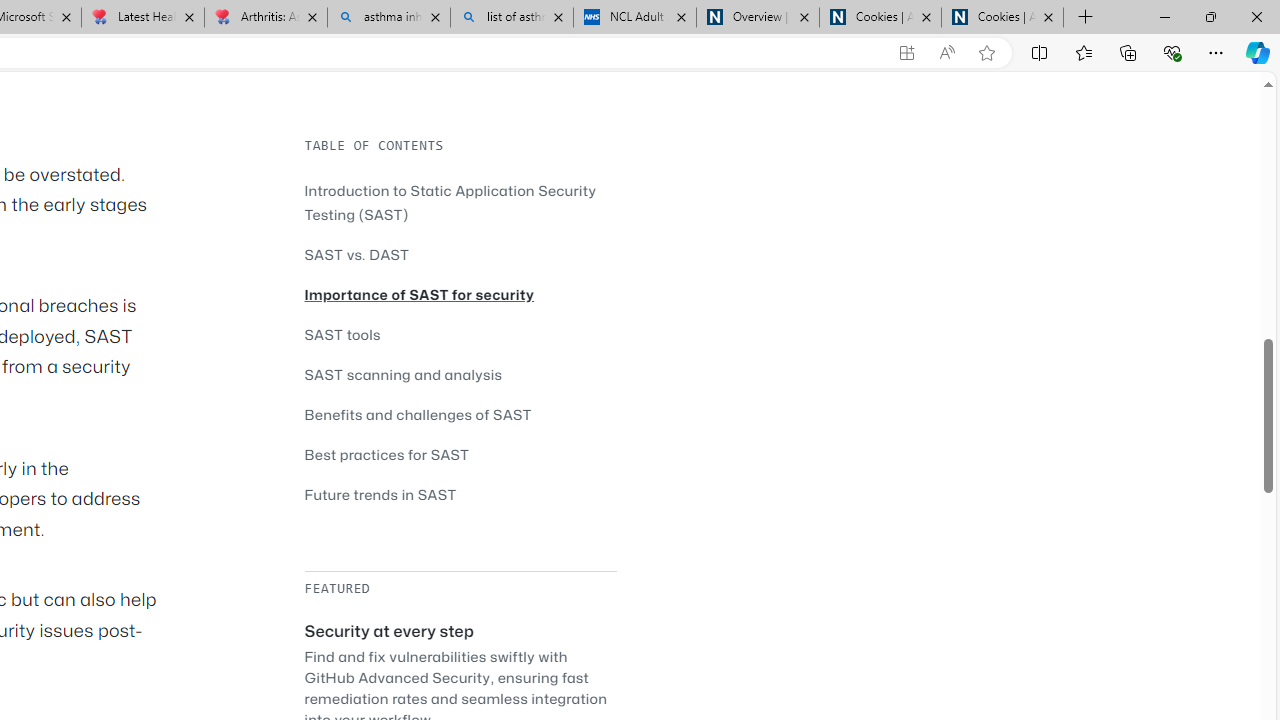  What do you see at coordinates (459, 454) in the screenshot?
I see `'Best practices for SAST'` at bounding box center [459, 454].